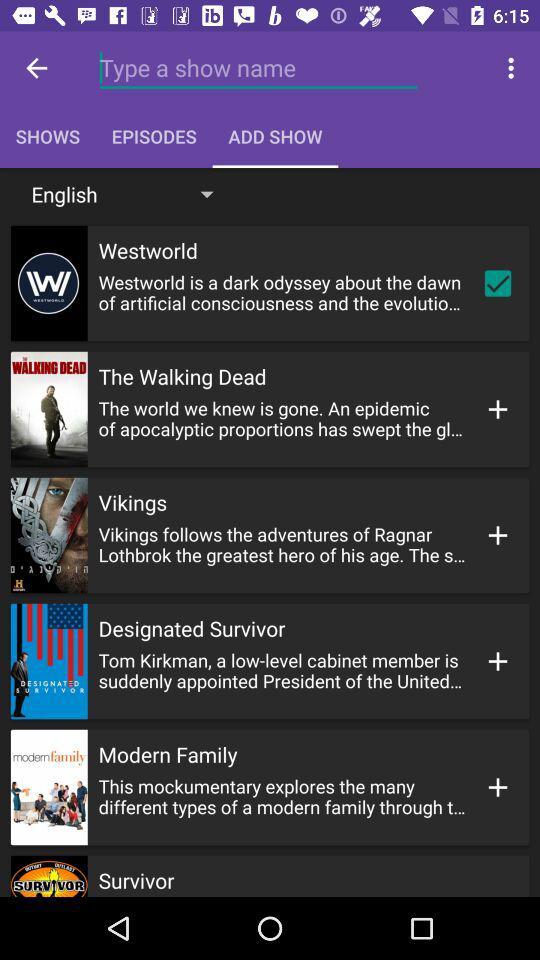  I want to click on the button below english, so click(270, 282).